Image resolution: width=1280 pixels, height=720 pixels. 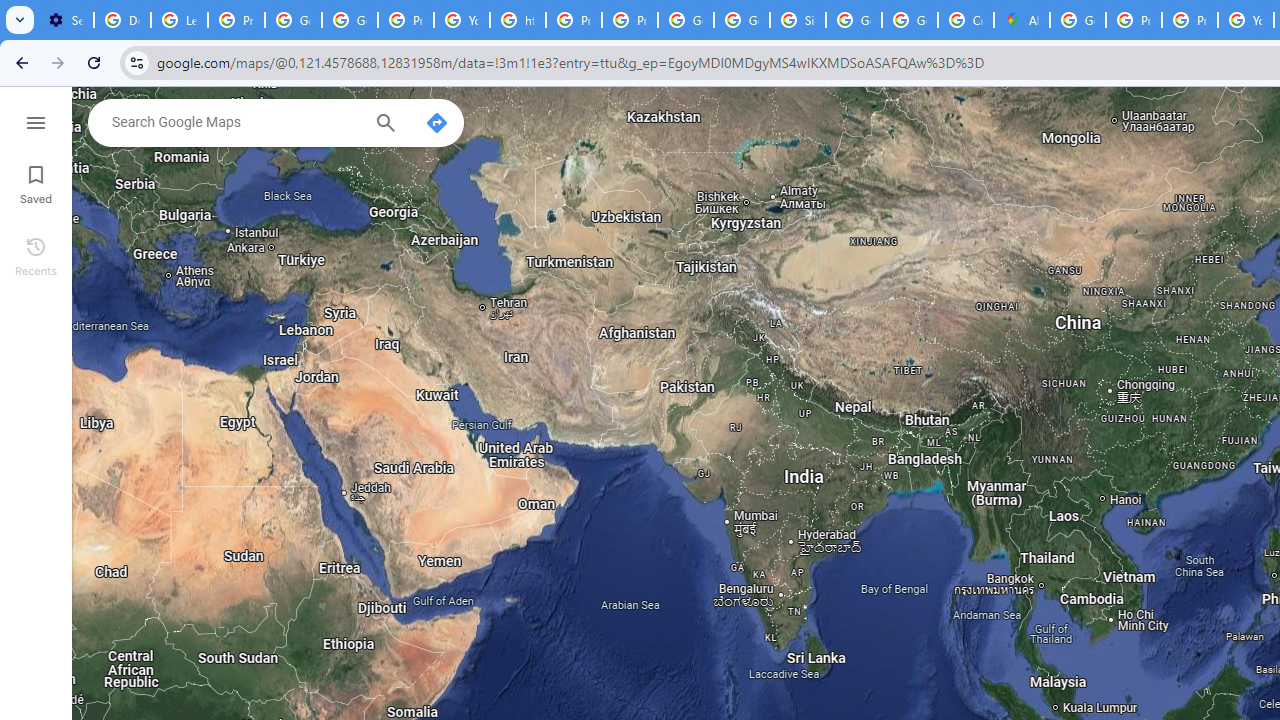 I want to click on 'Create your Google Account', so click(x=966, y=20).